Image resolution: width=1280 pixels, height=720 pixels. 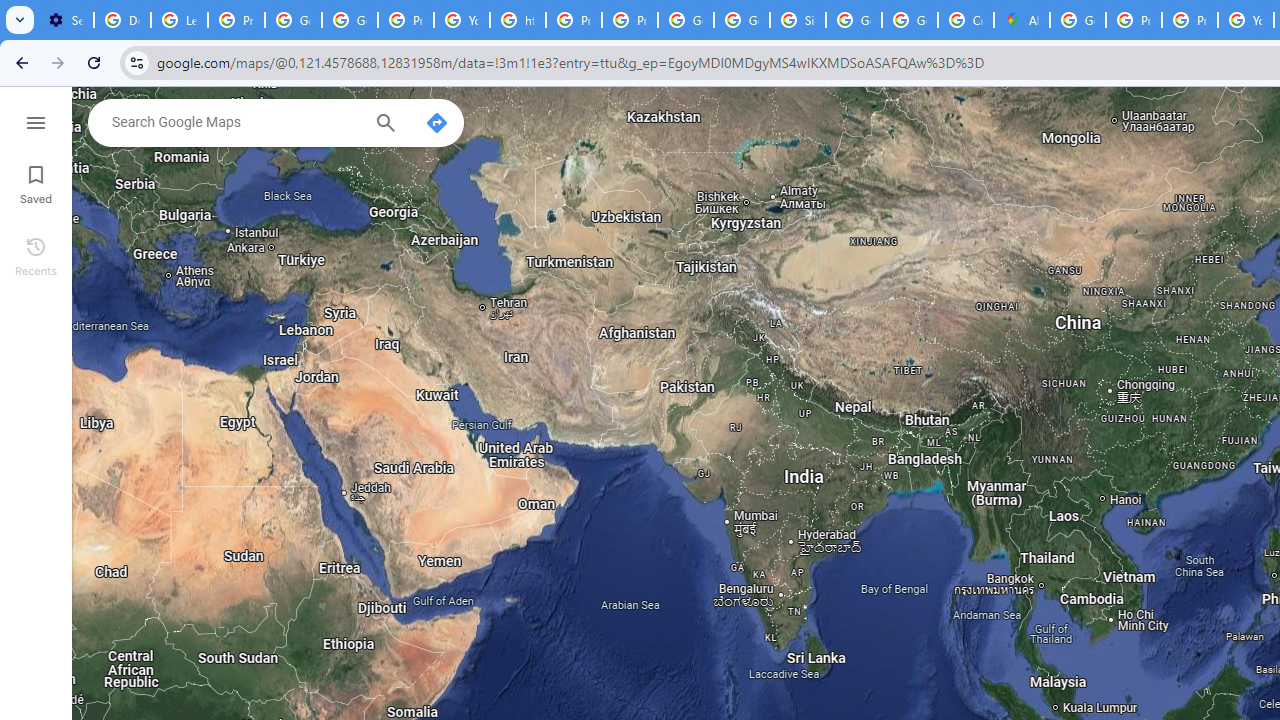 I want to click on 'Create your Google Account', so click(x=966, y=20).